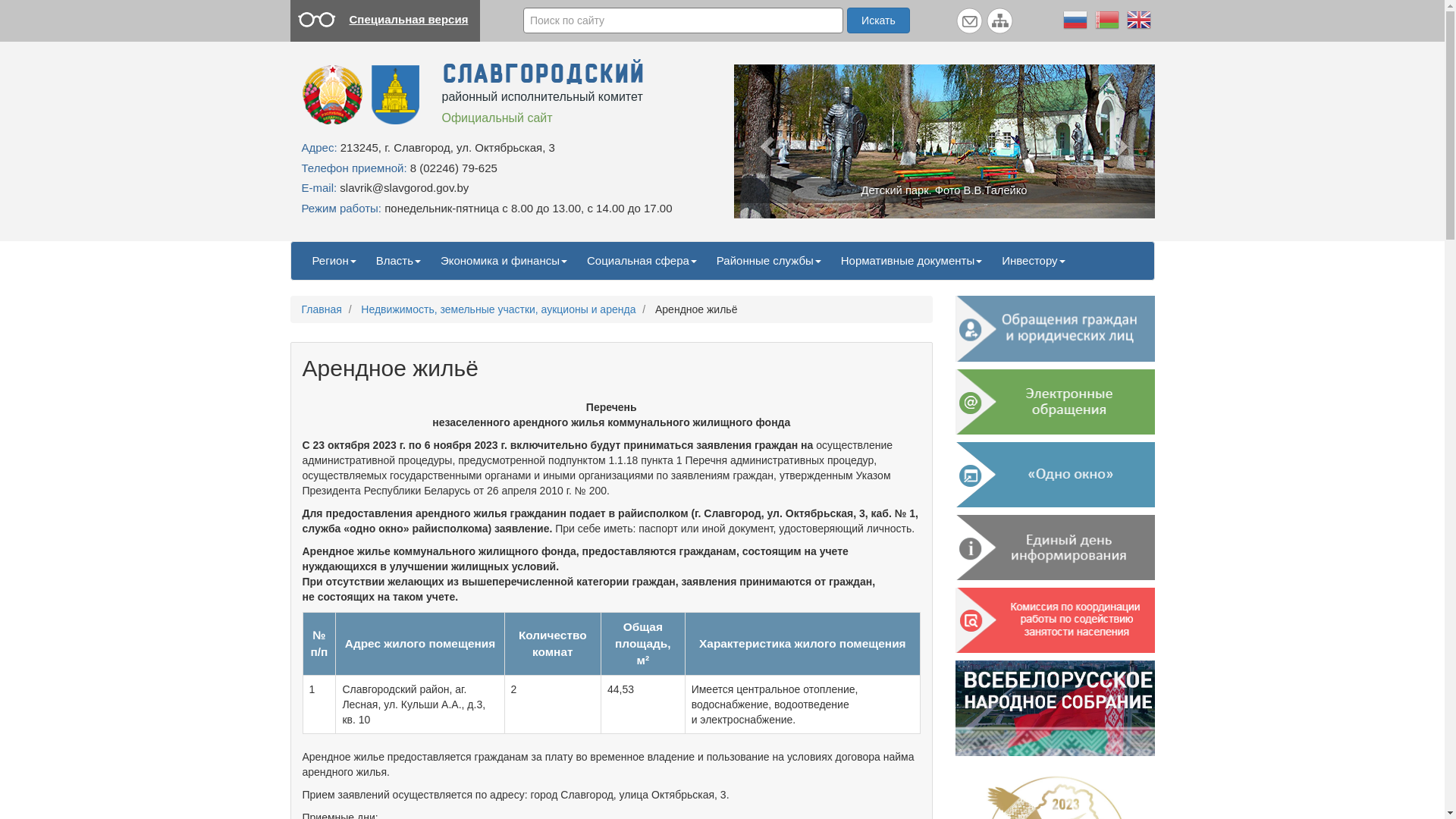 The width and height of the screenshot is (1456, 819). I want to click on 'English', so click(1138, 18).